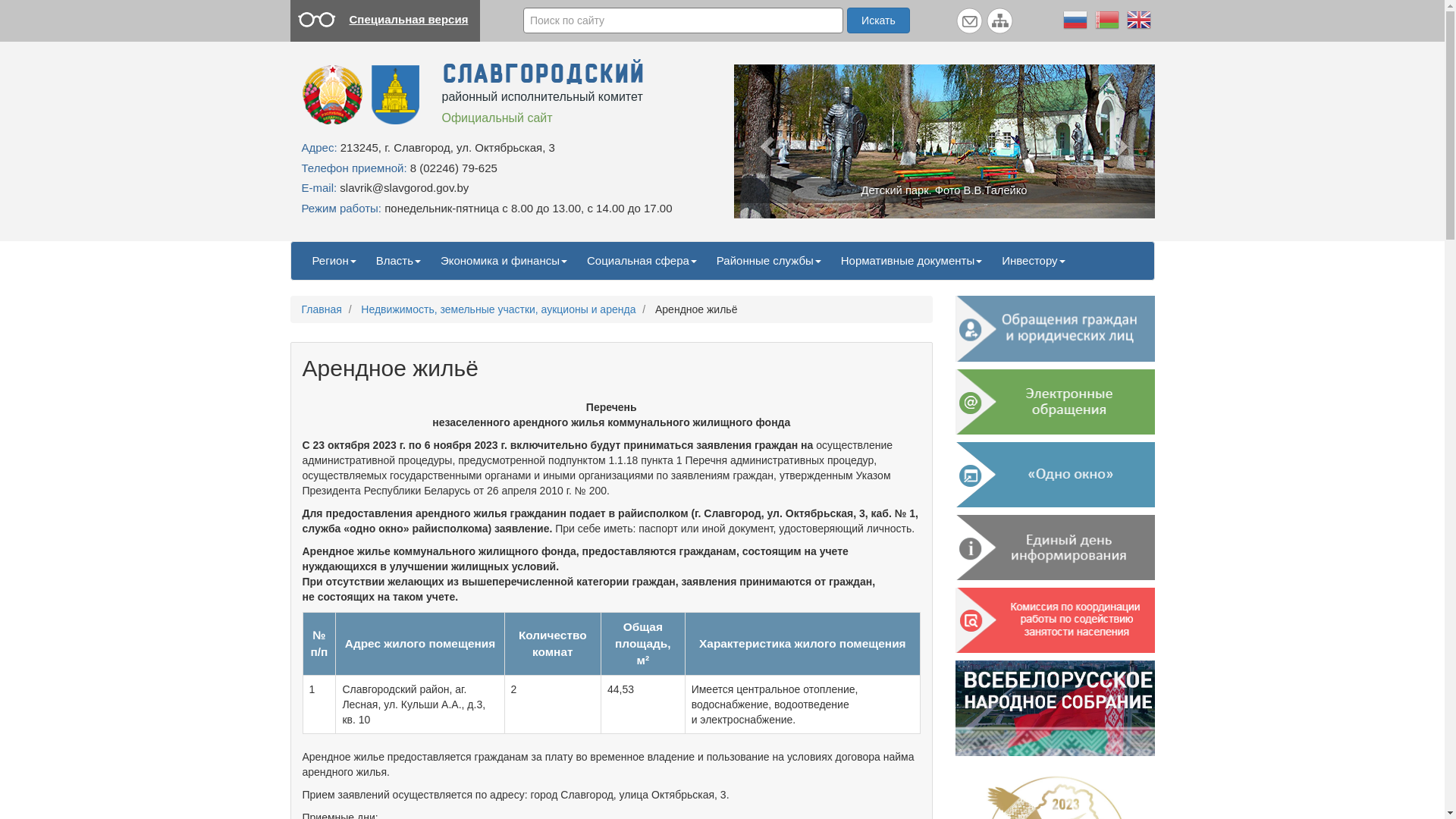 The width and height of the screenshot is (1456, 819). I want to click on 'English', so click(1138, 18).